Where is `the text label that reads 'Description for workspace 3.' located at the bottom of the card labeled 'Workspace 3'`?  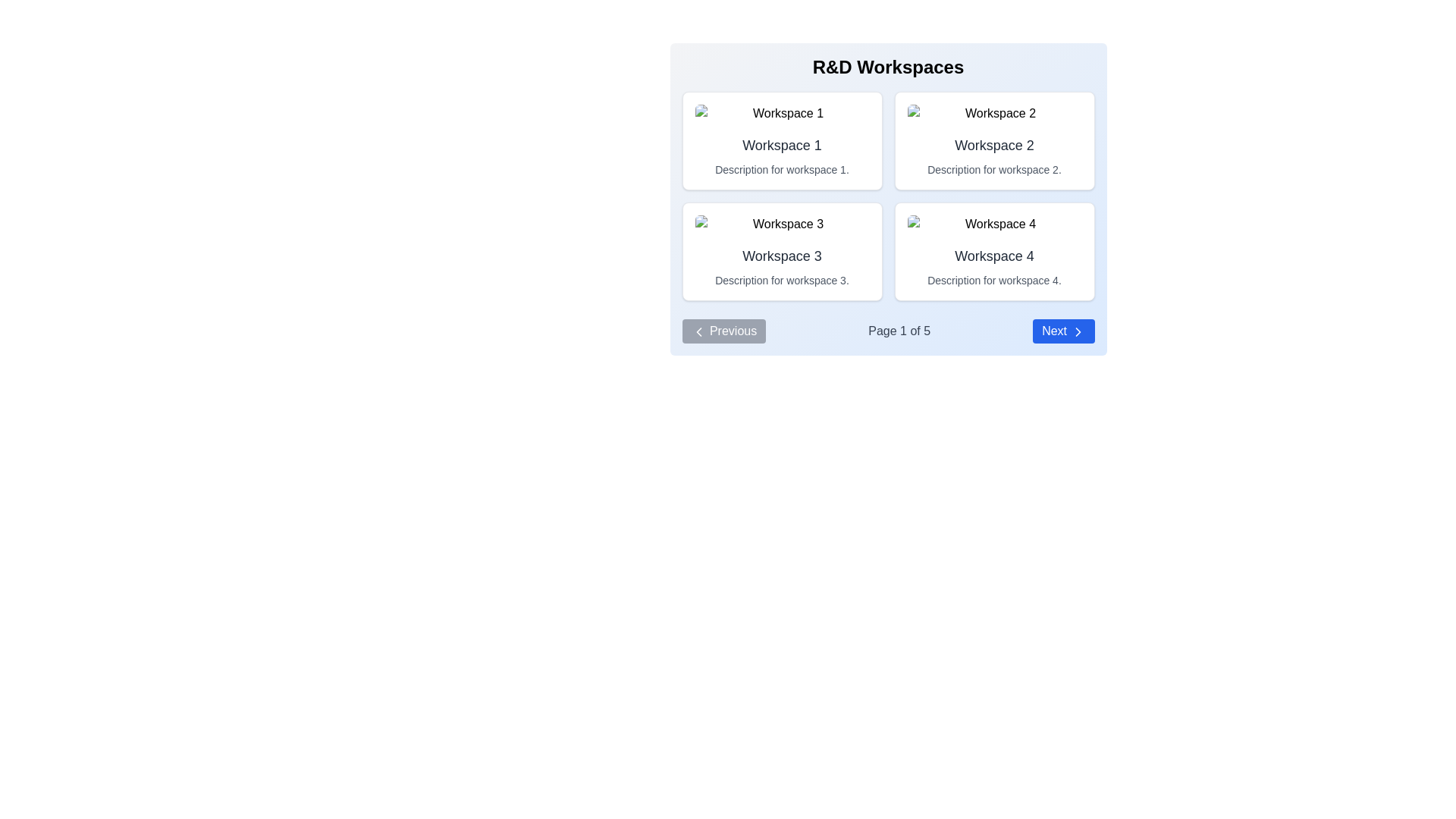
the text label that reads 'Description for workspace 3.' located at the bottom of the card labeled 'Workspace 3' is located at coordinates (782, 281).